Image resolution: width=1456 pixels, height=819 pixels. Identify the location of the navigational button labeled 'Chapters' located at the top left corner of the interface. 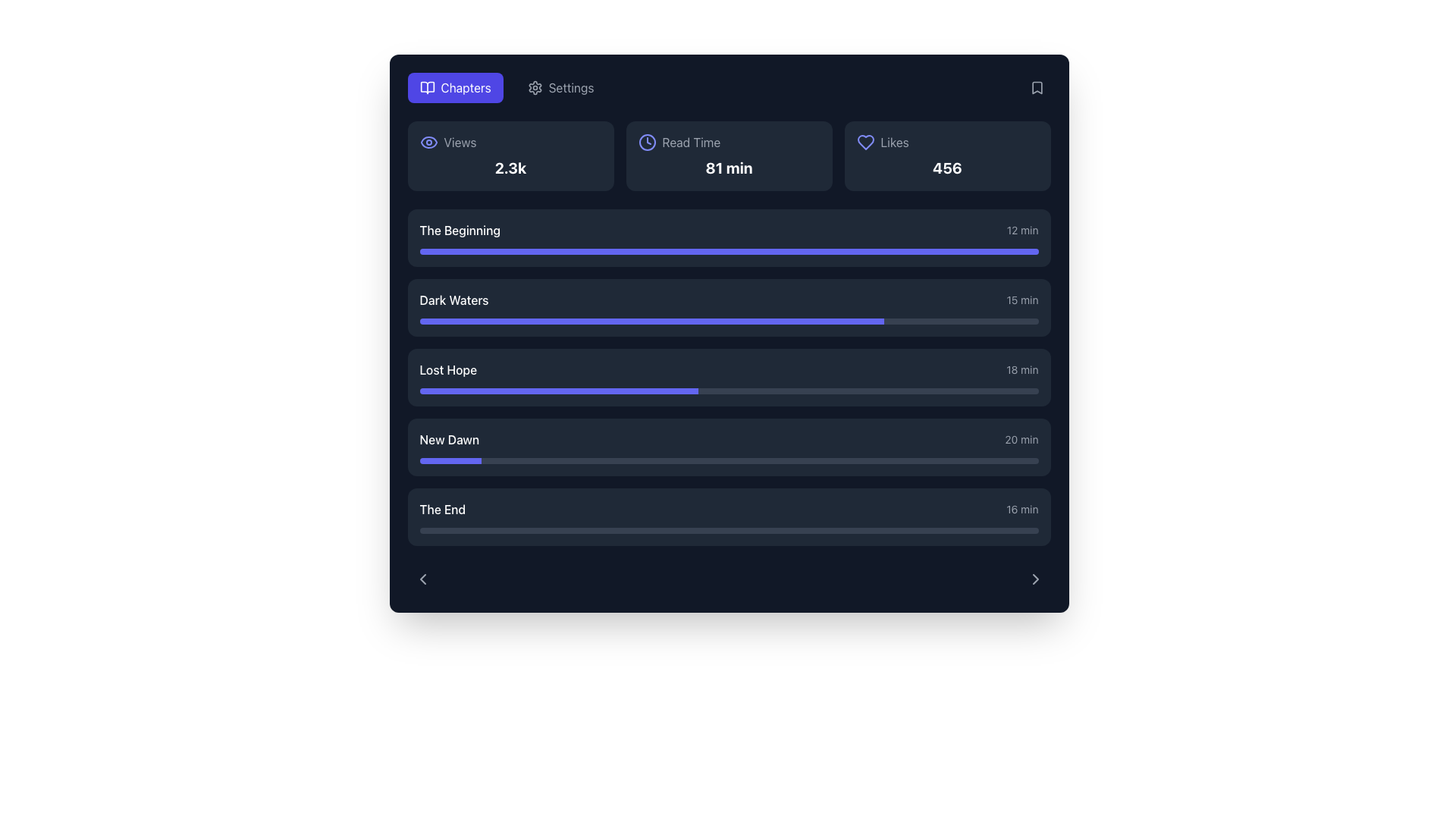
(465, 87).